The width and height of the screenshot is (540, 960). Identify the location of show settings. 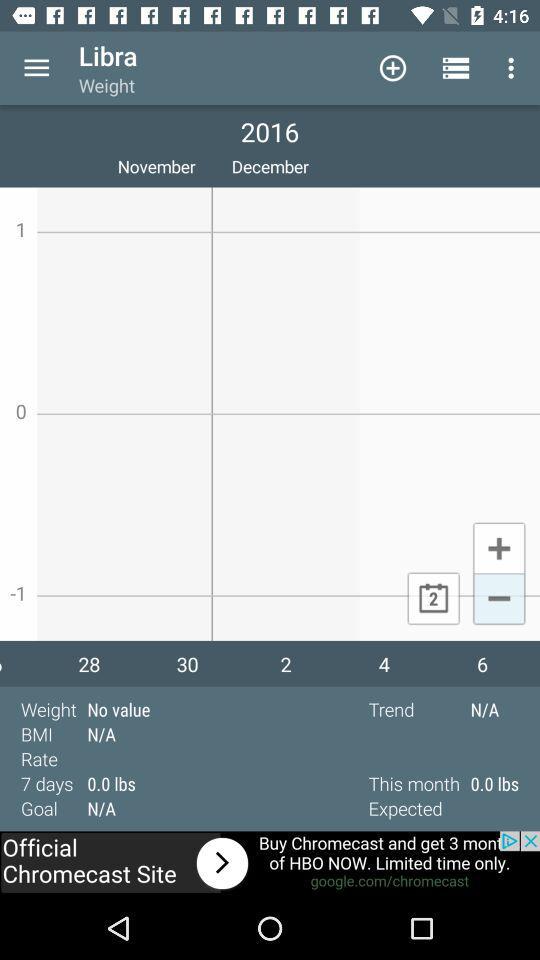
(36, 68).